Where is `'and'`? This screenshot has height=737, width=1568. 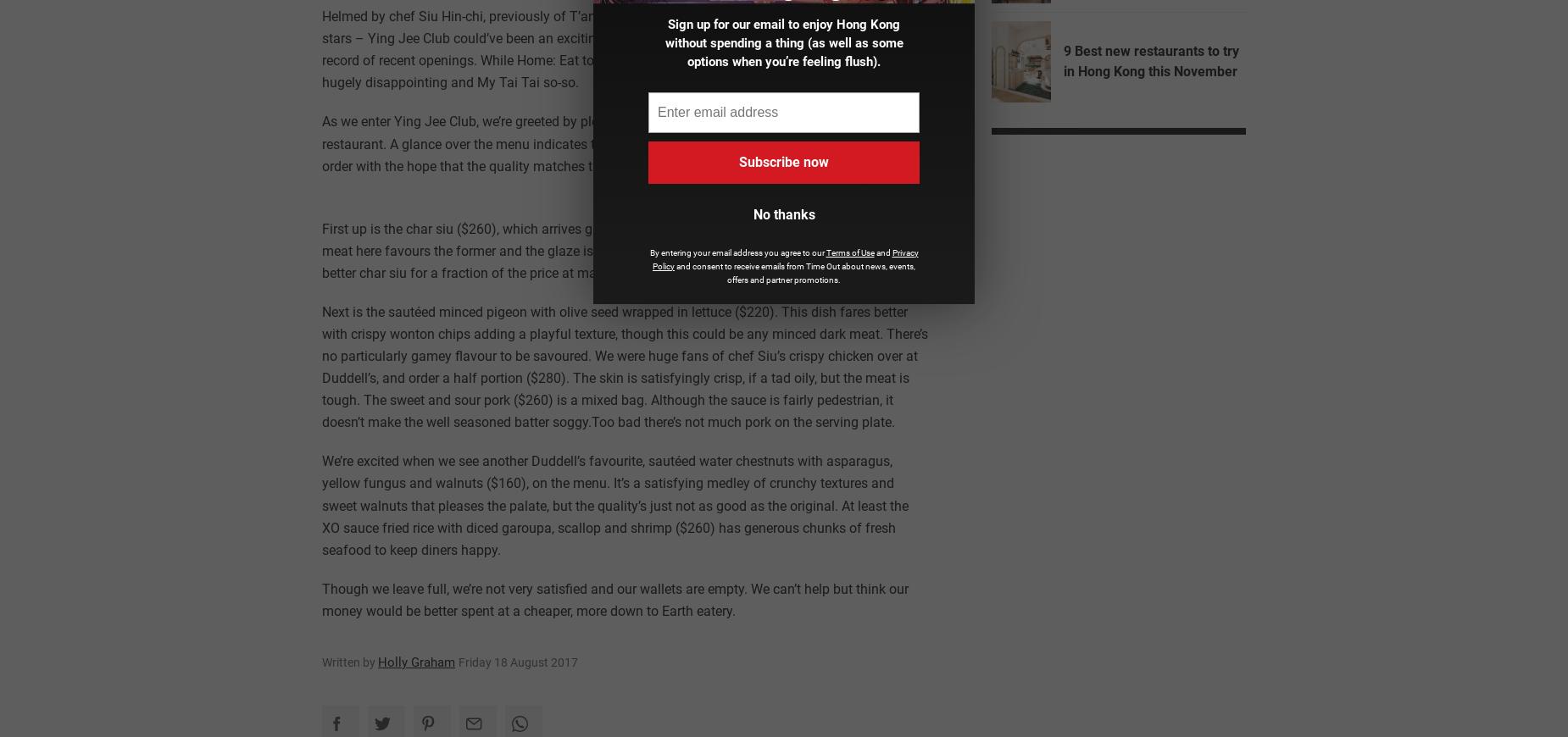
'and' is located at coordinates (881, 252).